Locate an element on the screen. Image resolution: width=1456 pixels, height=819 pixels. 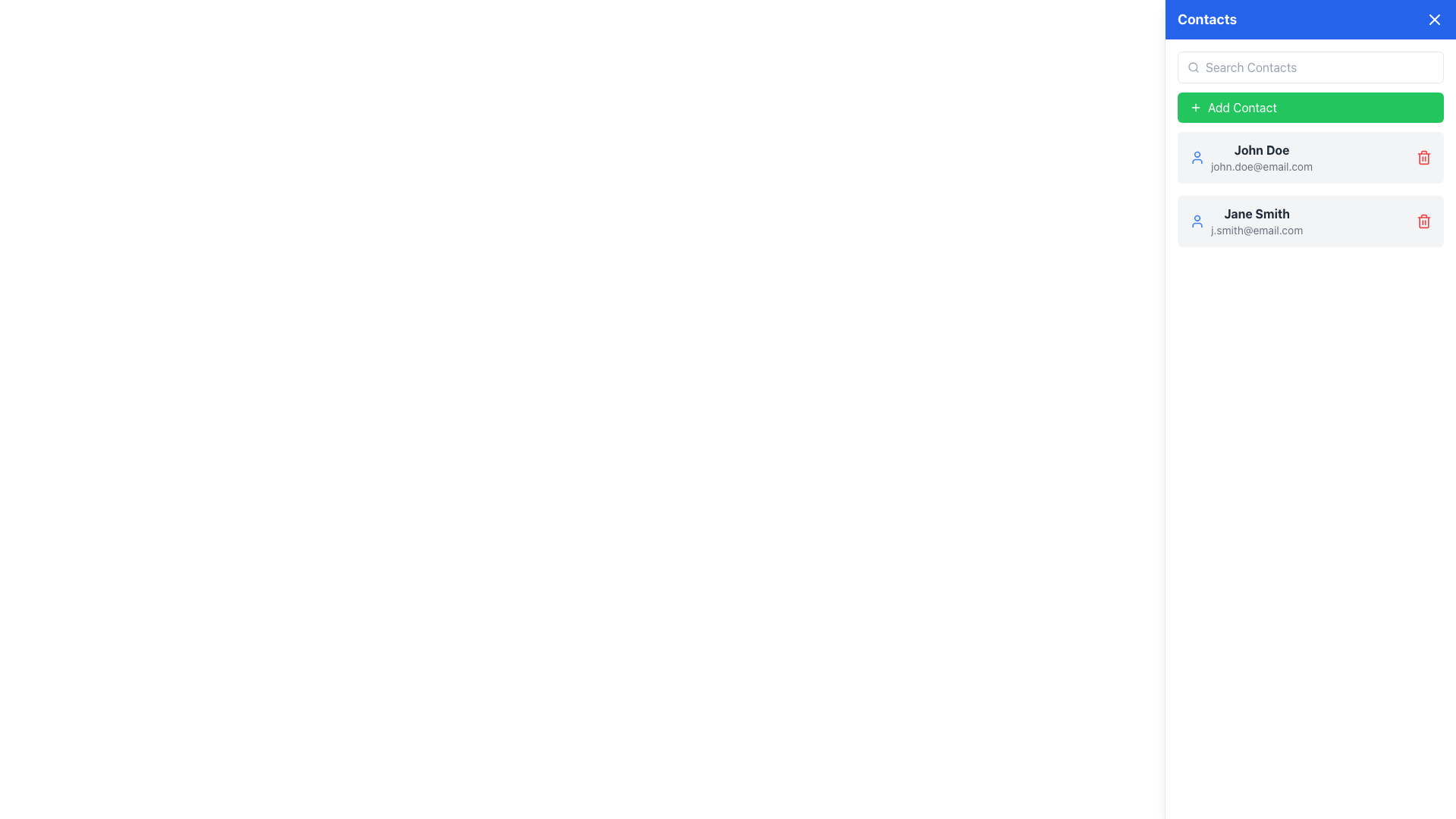
the user profile icon next to the entry for 'Jane Smith', which is located in the user profile list is located at coordinates (1197, 221).